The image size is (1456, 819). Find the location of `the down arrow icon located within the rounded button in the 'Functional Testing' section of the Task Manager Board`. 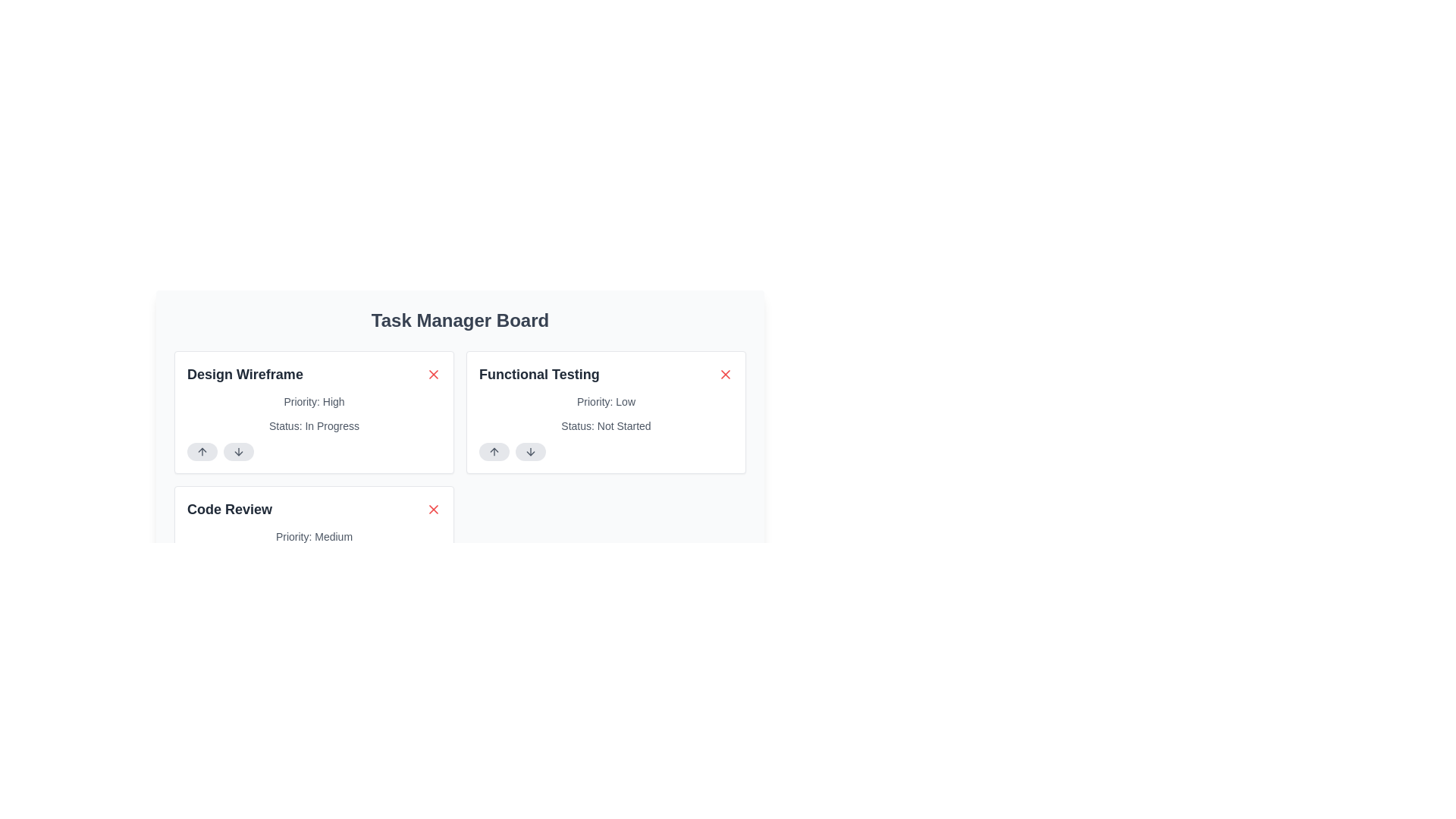

the down arrow icon located within the rounded button in the 'Functional Testing' section of the Task Manager Board is located at coordinates (531, 451).